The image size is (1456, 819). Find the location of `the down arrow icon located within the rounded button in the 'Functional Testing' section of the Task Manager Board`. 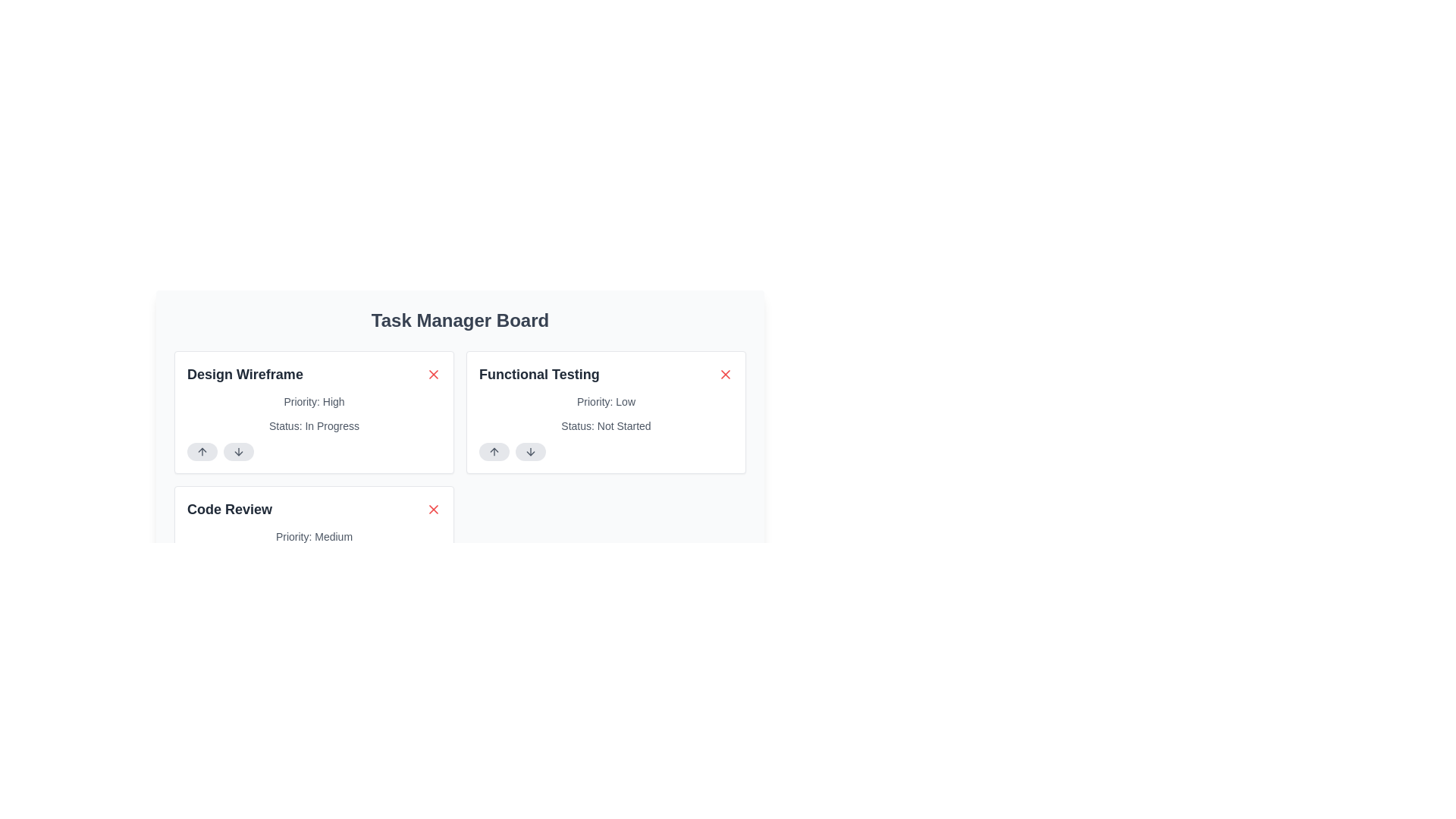

the down arrow icon located within the rounded button in the 'Functional Testing' section of the Task Manager Board is located at coordinates (531, 451).